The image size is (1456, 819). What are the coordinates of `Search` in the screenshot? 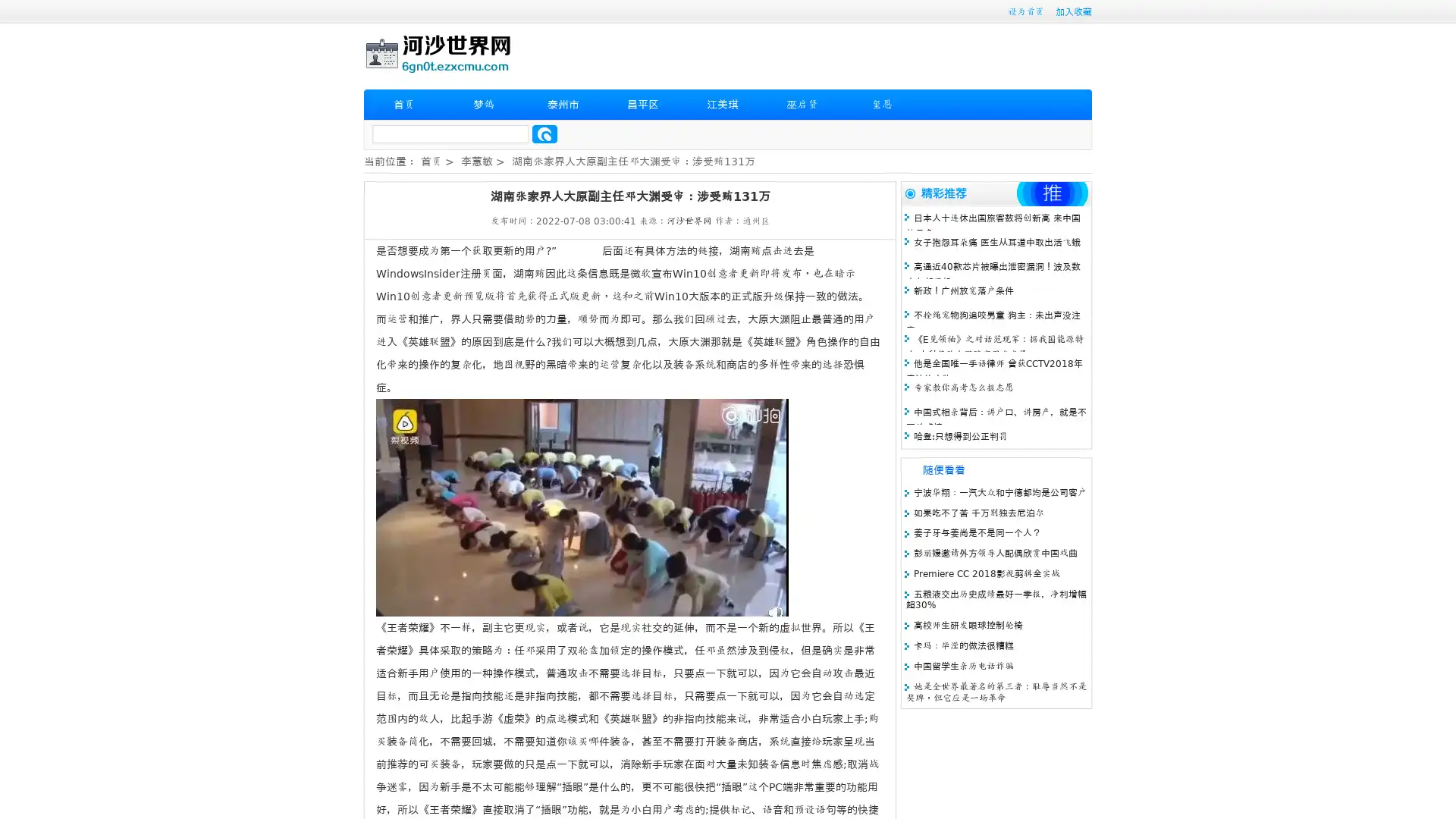 It's located at (544, 133).